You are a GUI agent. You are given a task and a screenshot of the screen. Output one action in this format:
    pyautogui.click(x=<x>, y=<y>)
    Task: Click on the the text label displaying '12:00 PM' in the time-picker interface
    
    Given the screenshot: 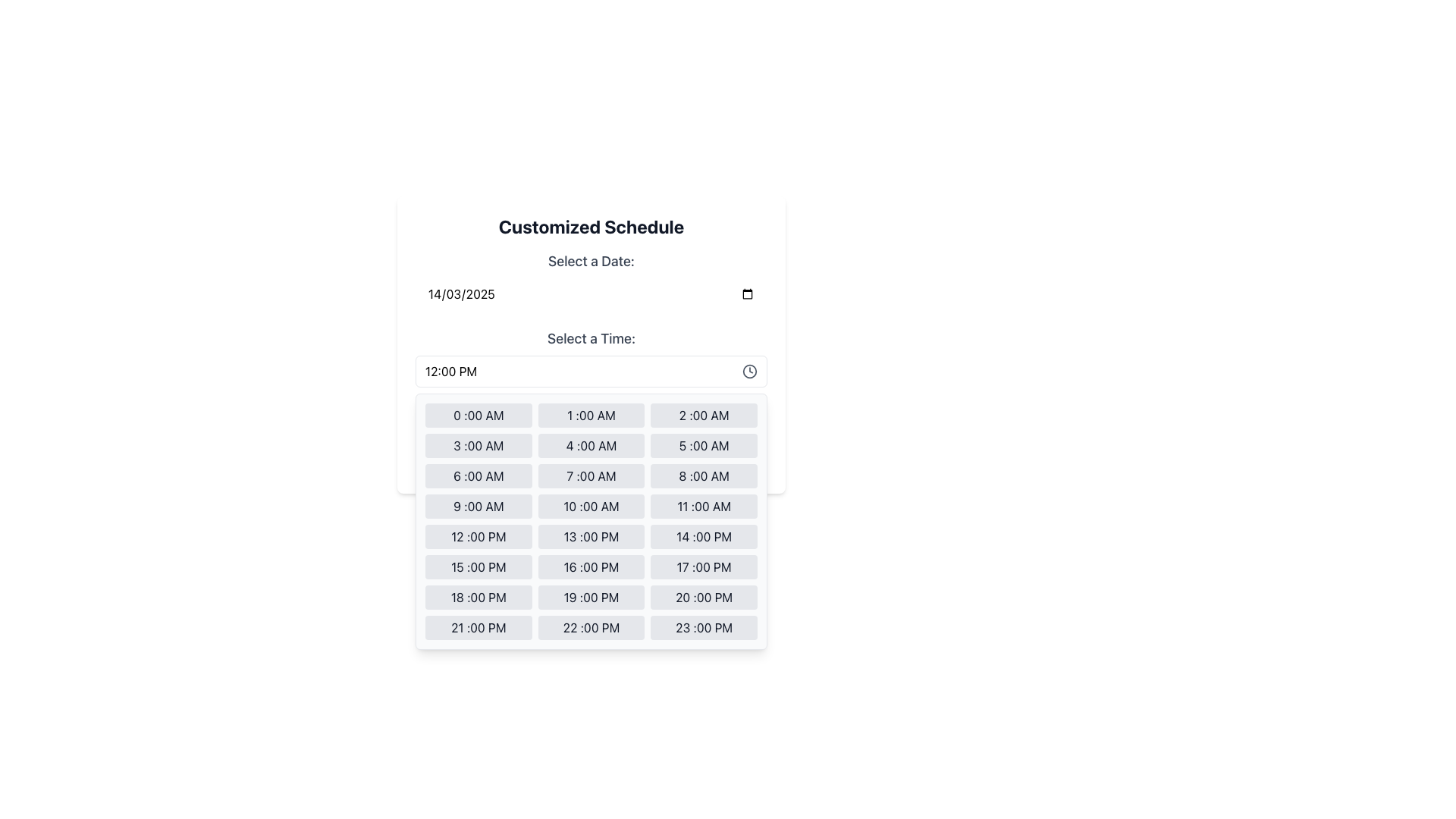 What is the action you would take?
    pyautogui.click(x=450, y=371)
    